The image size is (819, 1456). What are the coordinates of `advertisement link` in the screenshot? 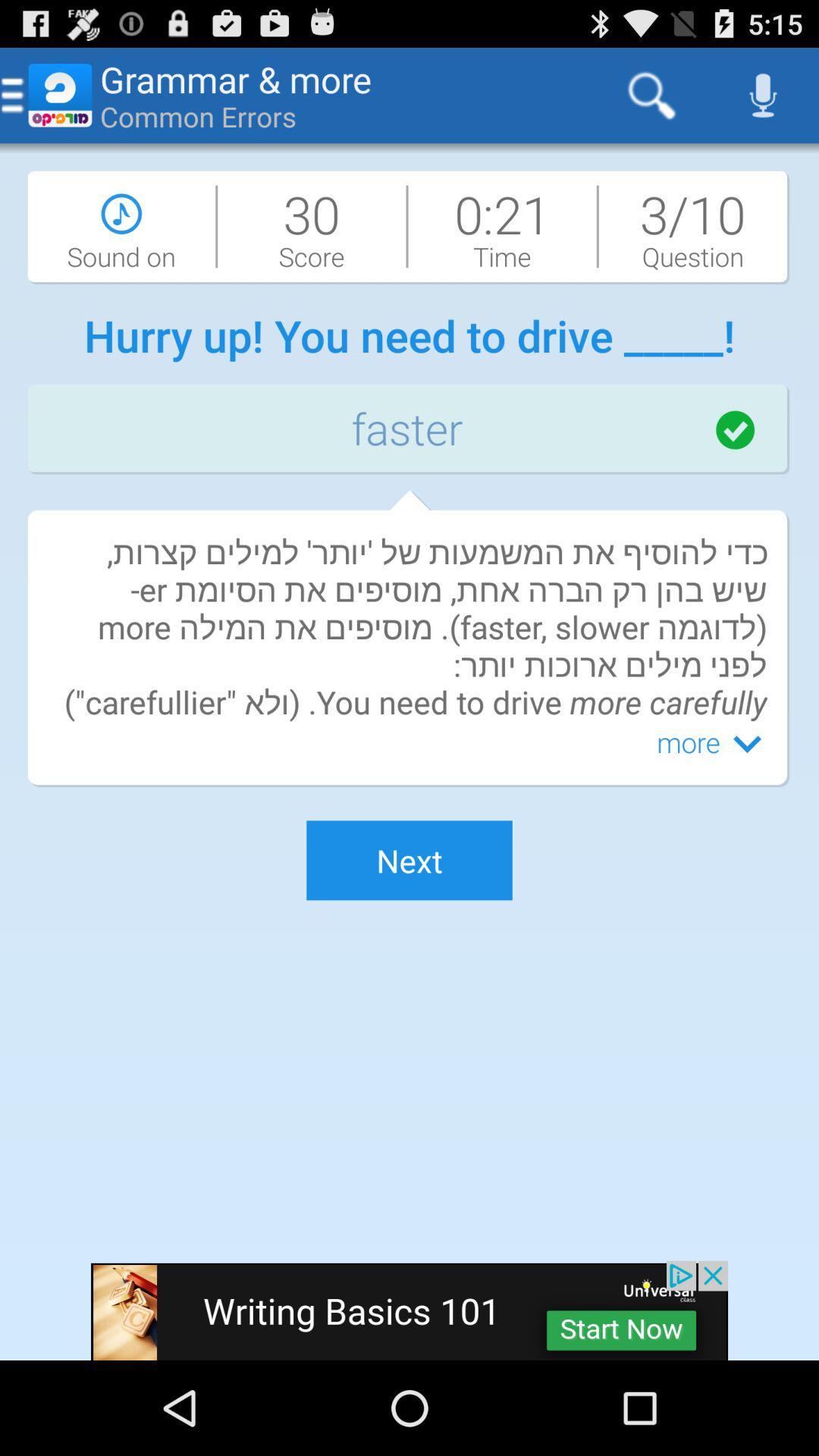 It's located at (409, 1310).